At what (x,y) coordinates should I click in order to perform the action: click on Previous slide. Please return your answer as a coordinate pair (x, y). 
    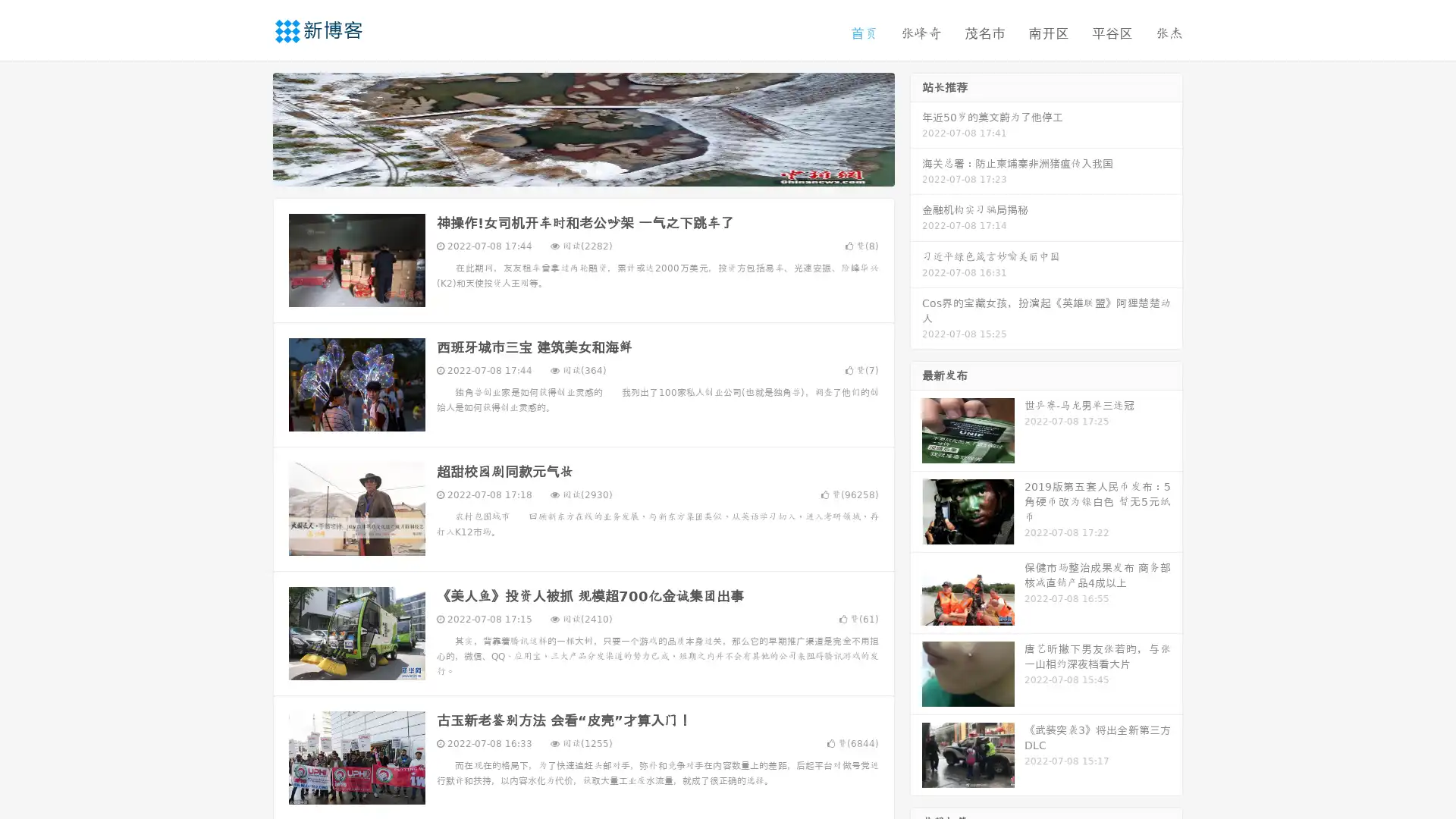
    Looking at the image, I should click on (250, 127).